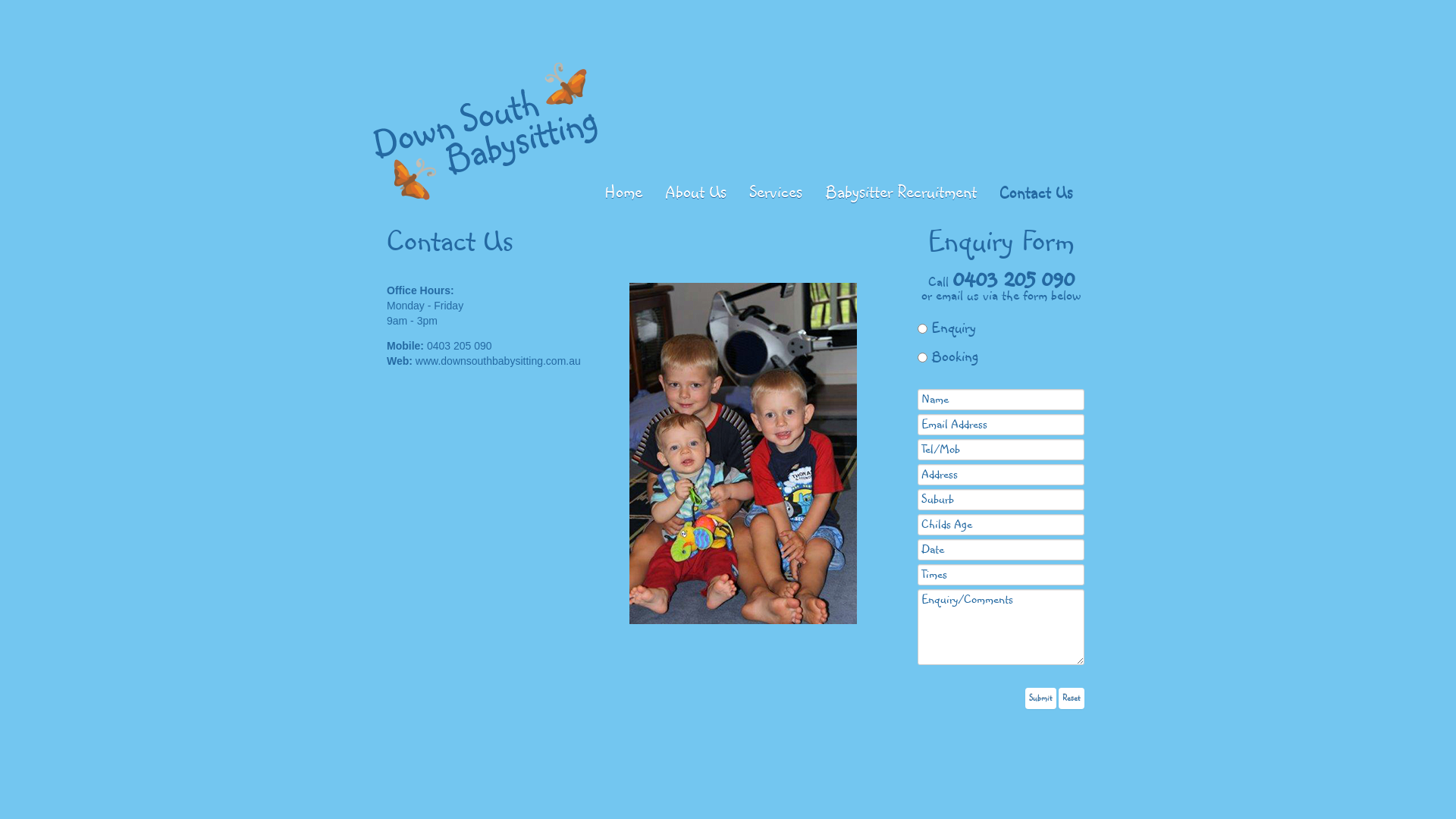 This screenshot has width=1456, height=819. Describe the element at coordinates (498, 360) in the screenshot. I see `'www.downsouthbabysitting.com.au'` at that location.